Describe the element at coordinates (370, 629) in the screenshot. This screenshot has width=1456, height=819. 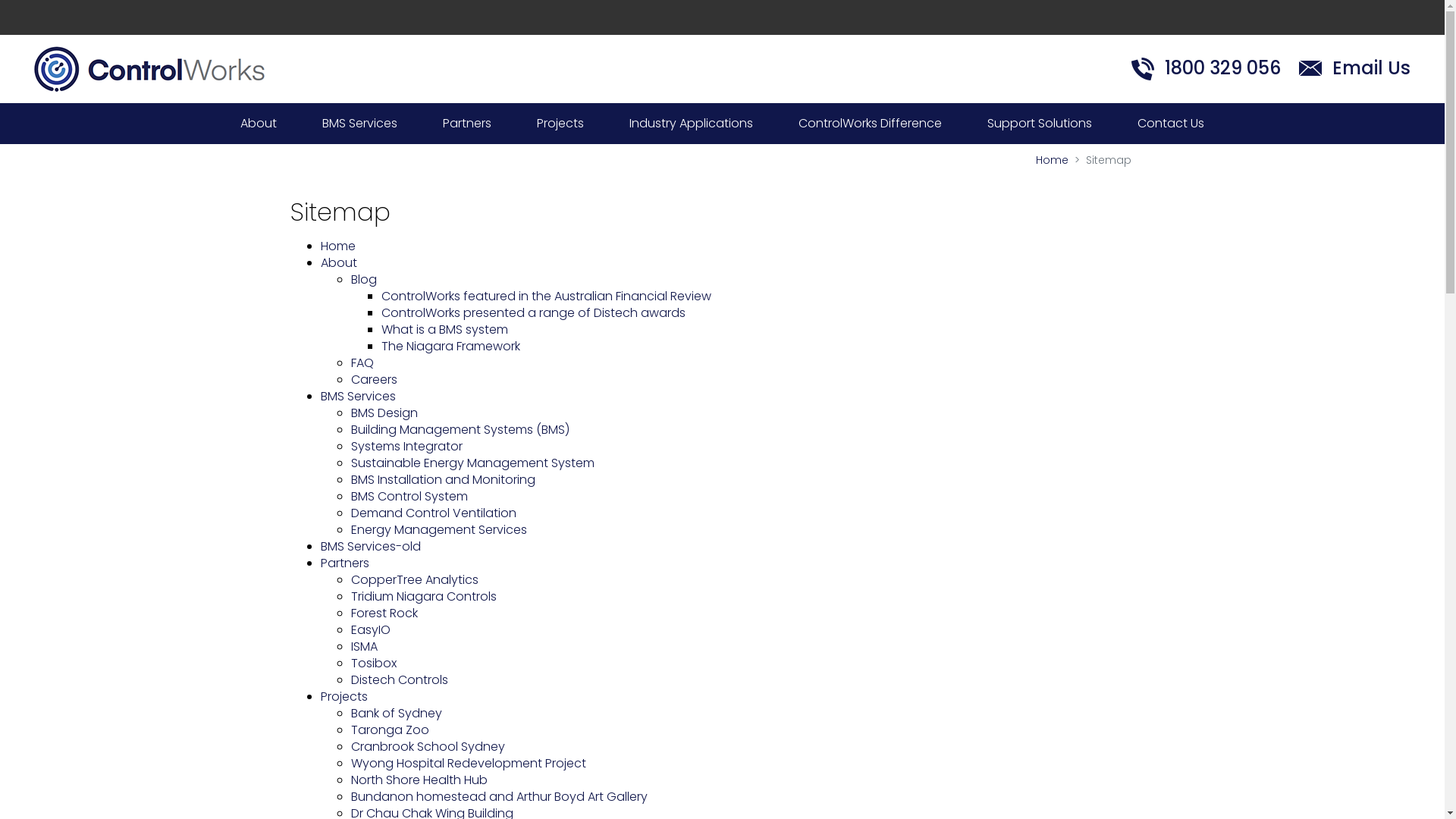
I see `'EasyIO'` at that location.